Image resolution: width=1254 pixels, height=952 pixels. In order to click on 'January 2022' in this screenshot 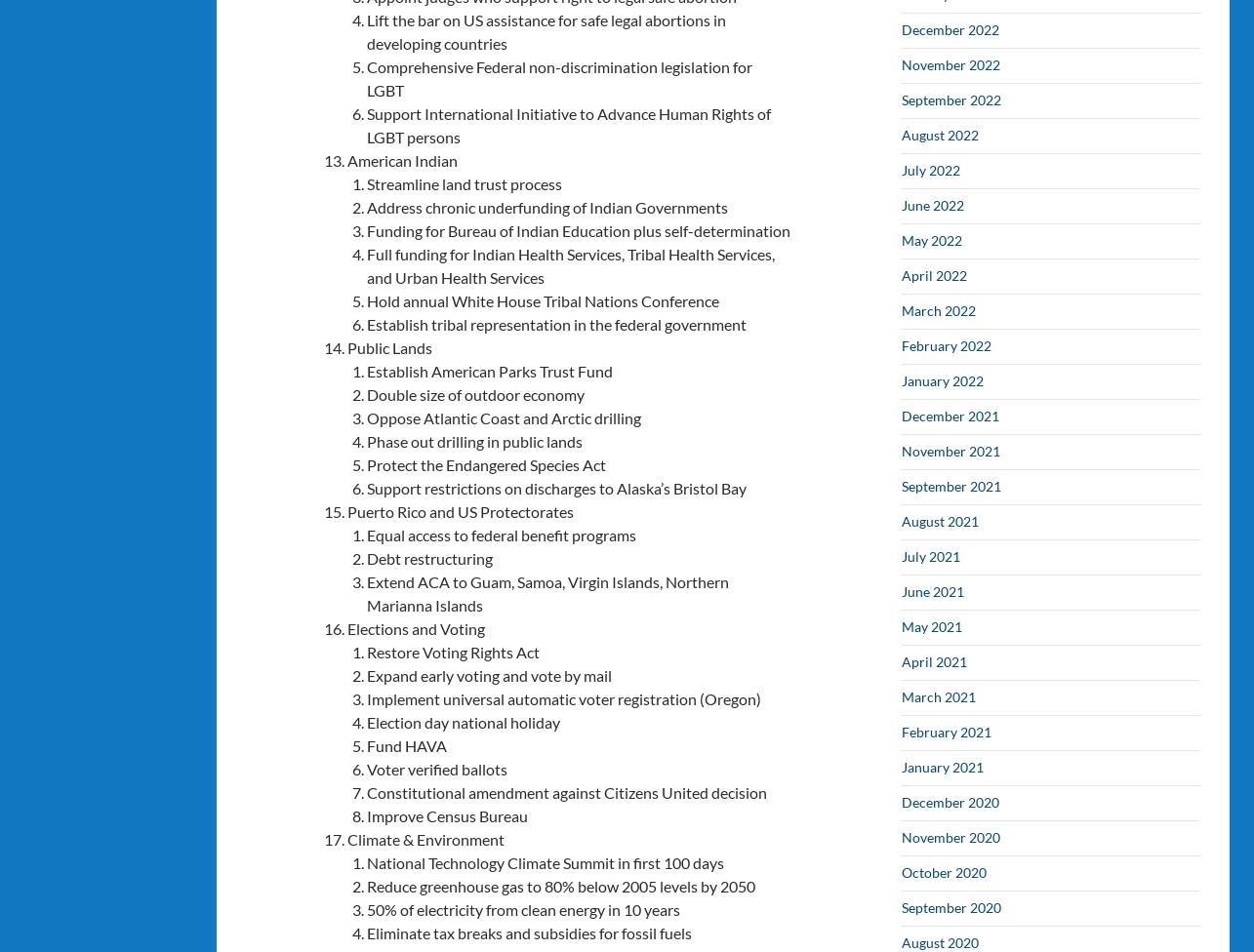, I will do `click(943, 379)`.